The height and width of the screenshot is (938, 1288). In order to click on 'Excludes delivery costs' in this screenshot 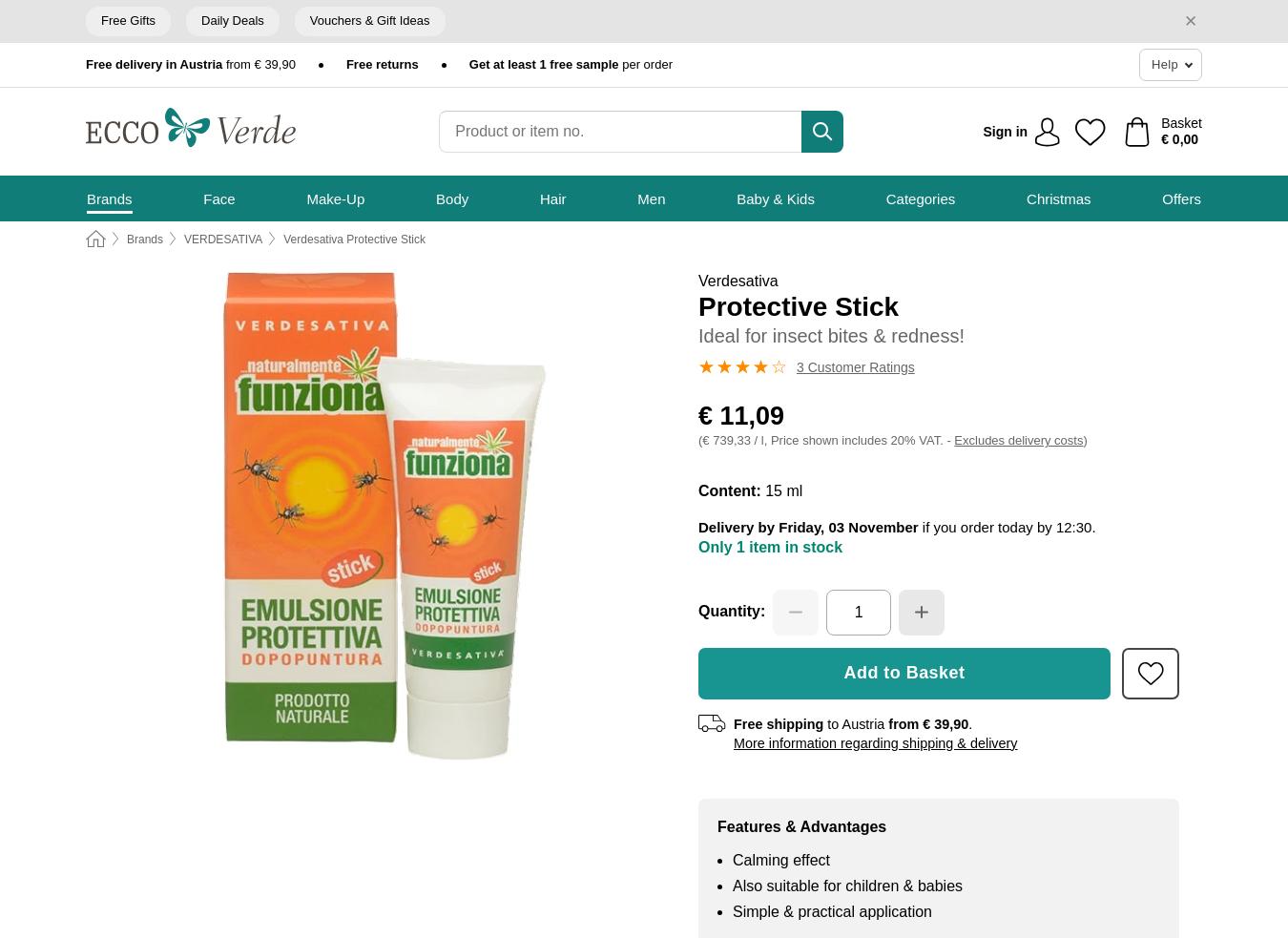, I will do `click(1018, 439)`.